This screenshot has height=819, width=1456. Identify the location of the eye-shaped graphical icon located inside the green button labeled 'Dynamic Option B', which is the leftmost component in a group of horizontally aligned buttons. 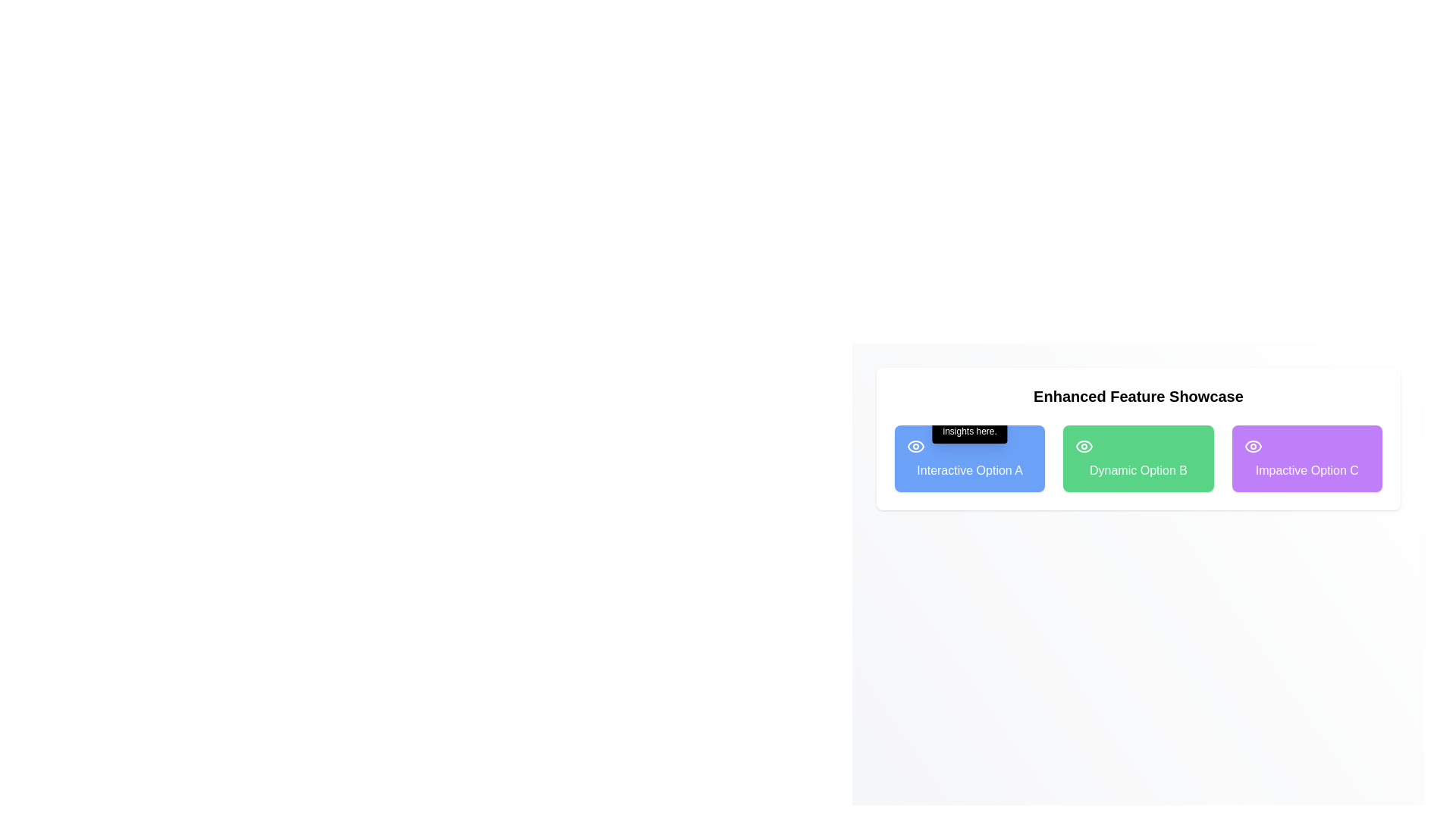
(1084, 446).